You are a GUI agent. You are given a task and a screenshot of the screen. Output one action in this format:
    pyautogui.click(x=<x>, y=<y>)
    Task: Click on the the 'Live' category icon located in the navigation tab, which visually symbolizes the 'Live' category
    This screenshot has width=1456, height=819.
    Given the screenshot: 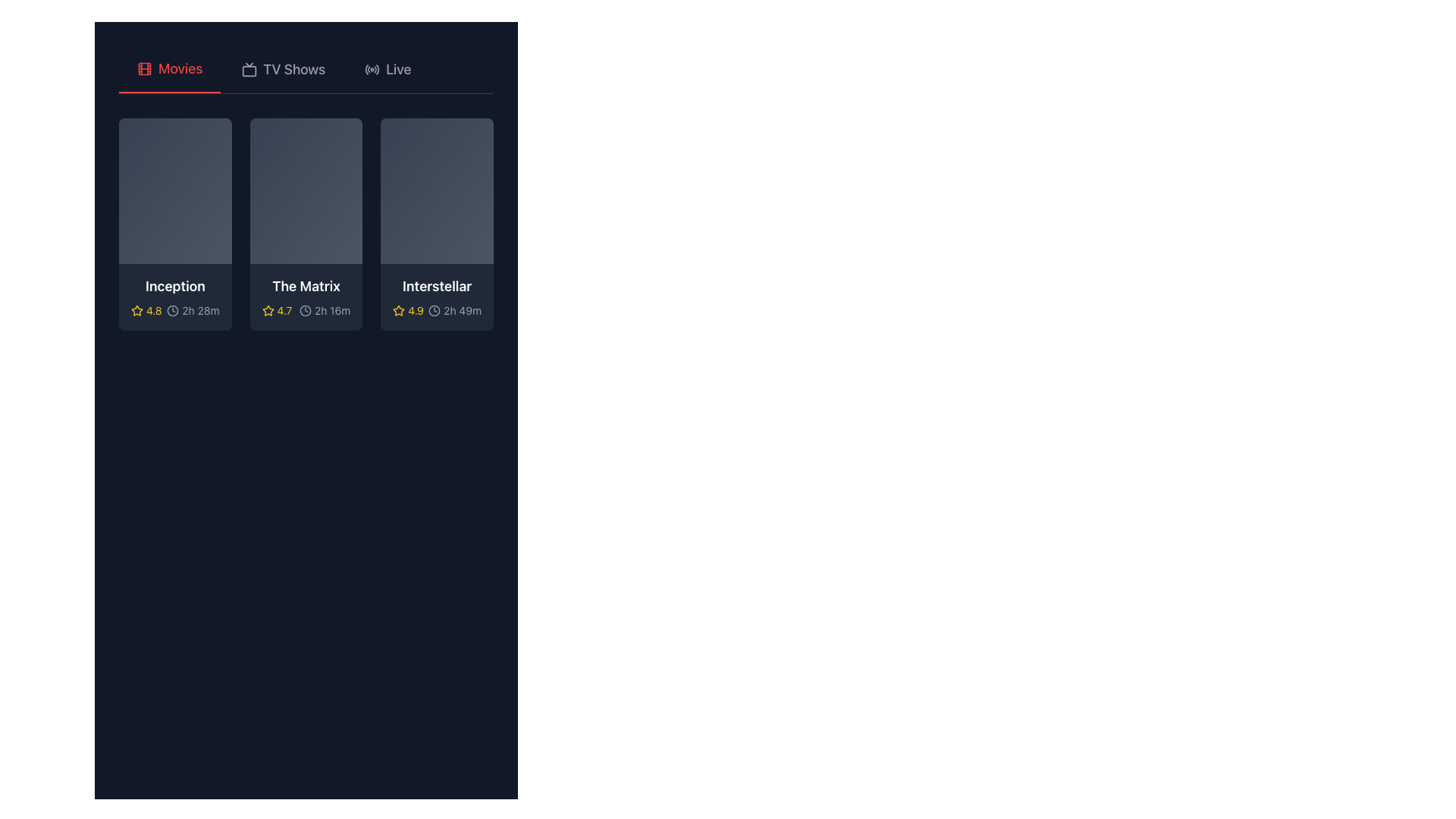 What is the action you would take?
    pyautogui.click(x=372, y=70)
    